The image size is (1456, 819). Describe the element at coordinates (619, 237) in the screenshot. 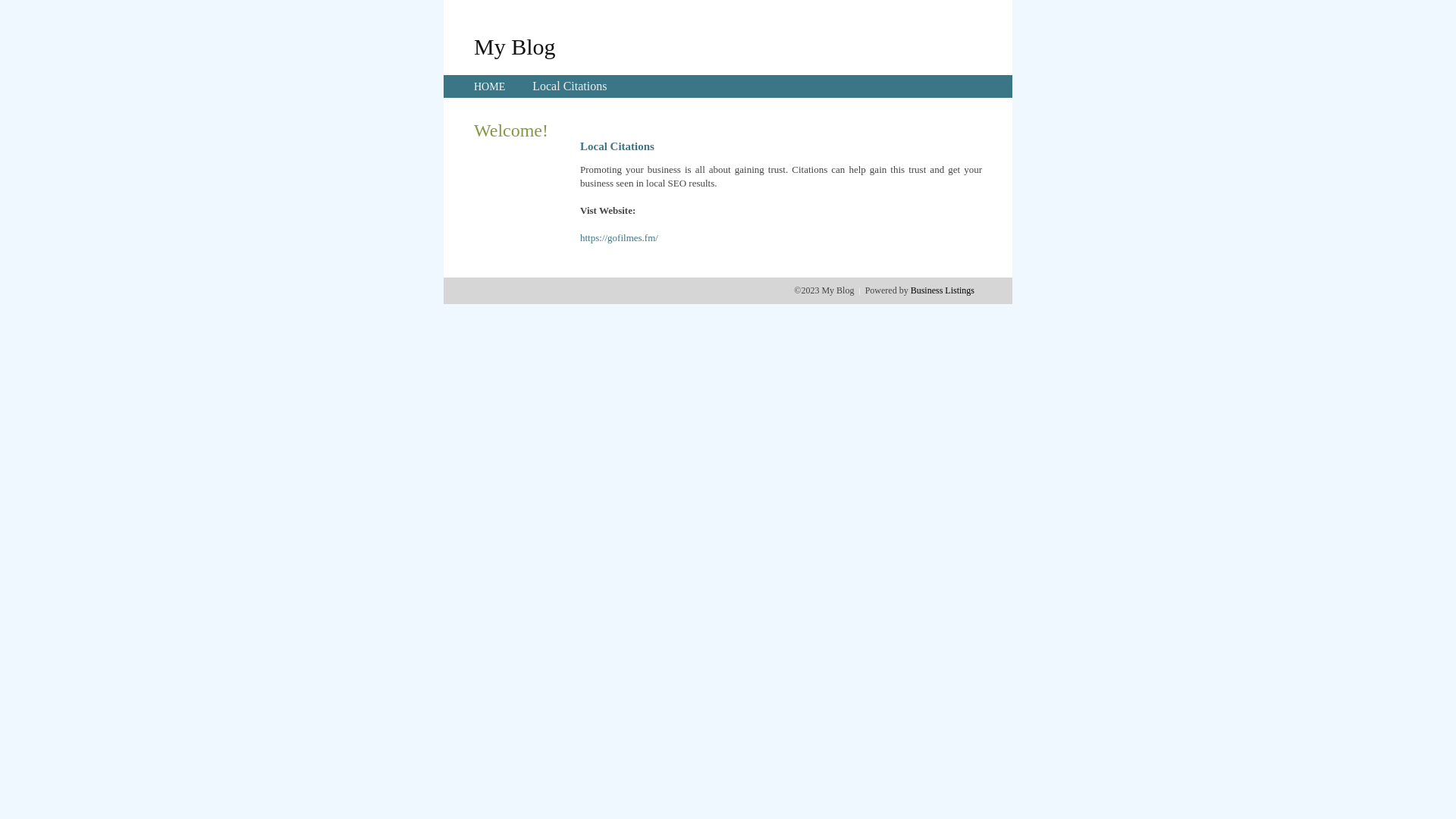

I see `'https://gofilmes.fm/'` at that location.